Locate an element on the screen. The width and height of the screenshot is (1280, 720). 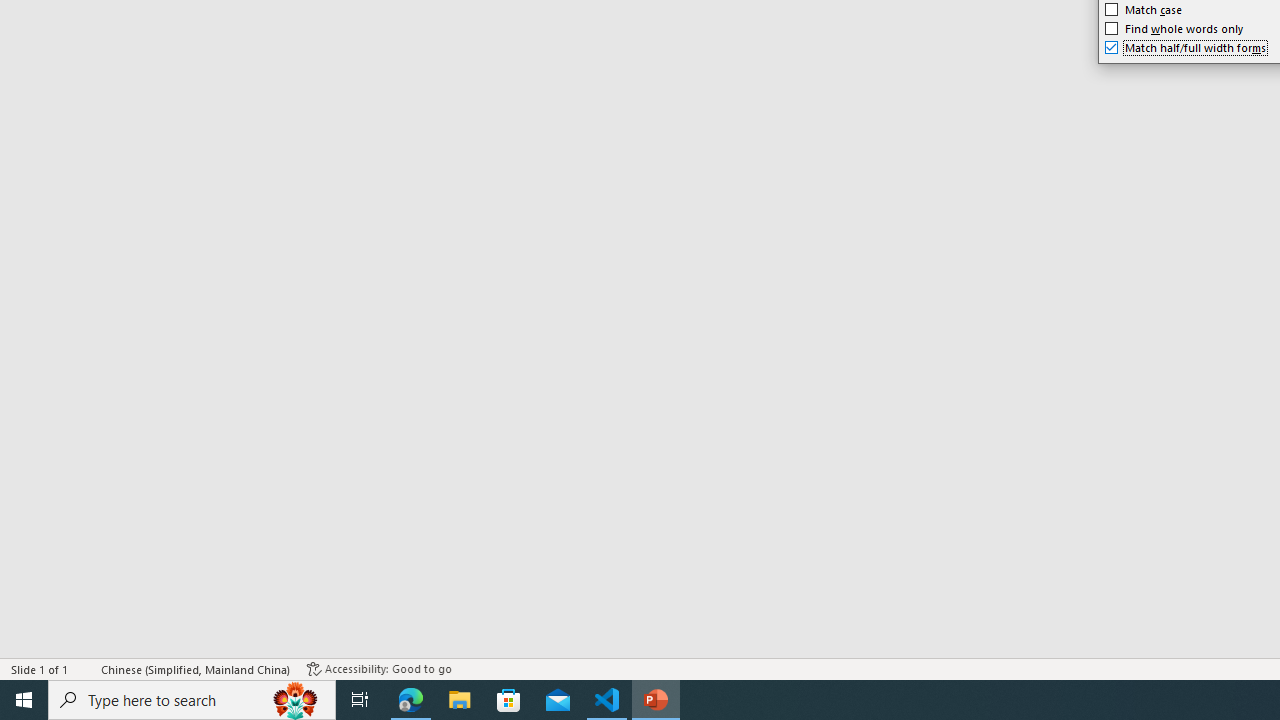
'Find whole words only' is located at coordinates (1175, 28).